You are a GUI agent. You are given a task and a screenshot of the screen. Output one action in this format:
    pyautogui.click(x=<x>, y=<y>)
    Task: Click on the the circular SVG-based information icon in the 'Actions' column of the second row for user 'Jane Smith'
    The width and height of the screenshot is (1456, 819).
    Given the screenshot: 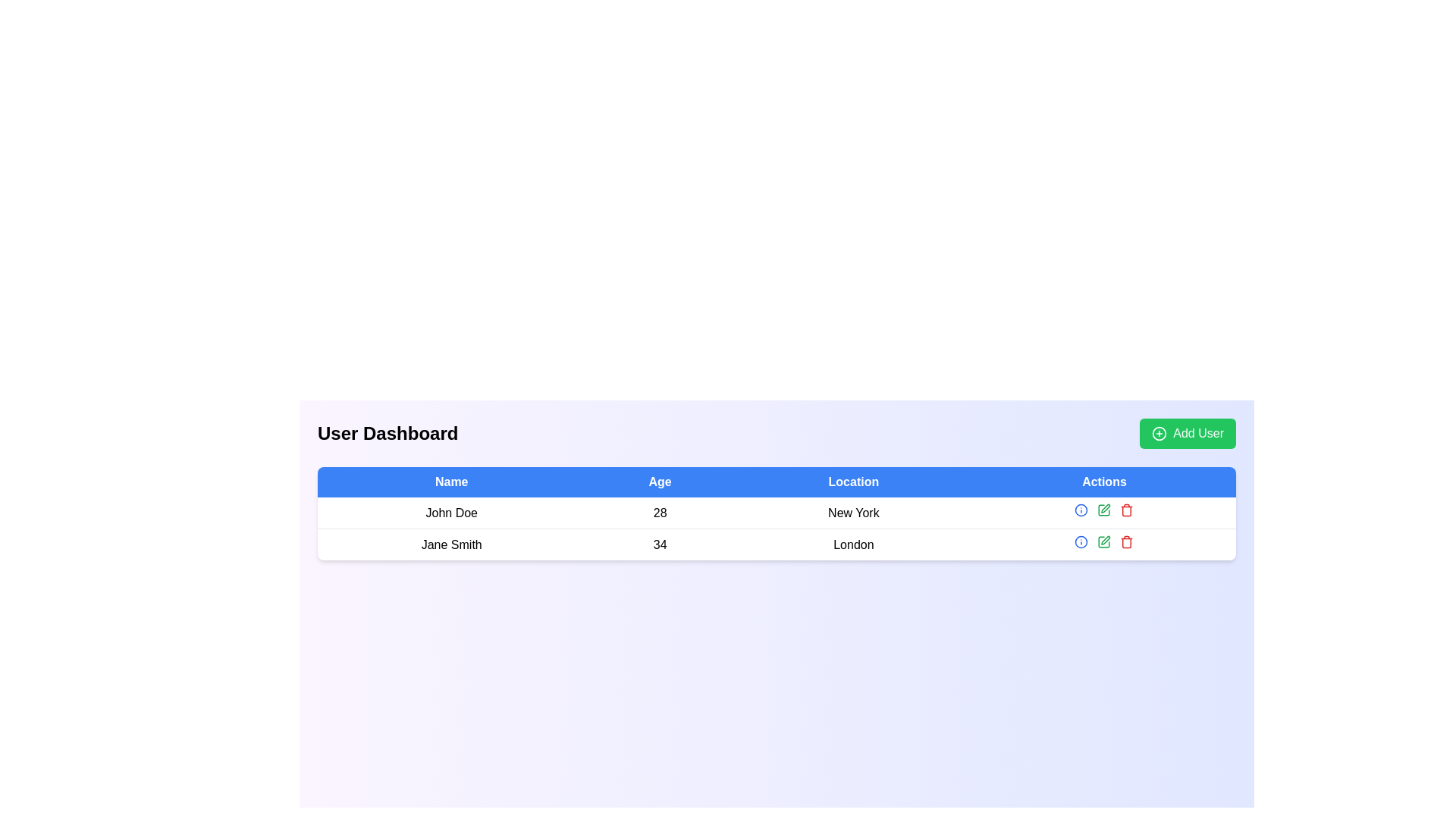 What is the action you would take?
    pyautogui.click(x=1081, y=510)
    